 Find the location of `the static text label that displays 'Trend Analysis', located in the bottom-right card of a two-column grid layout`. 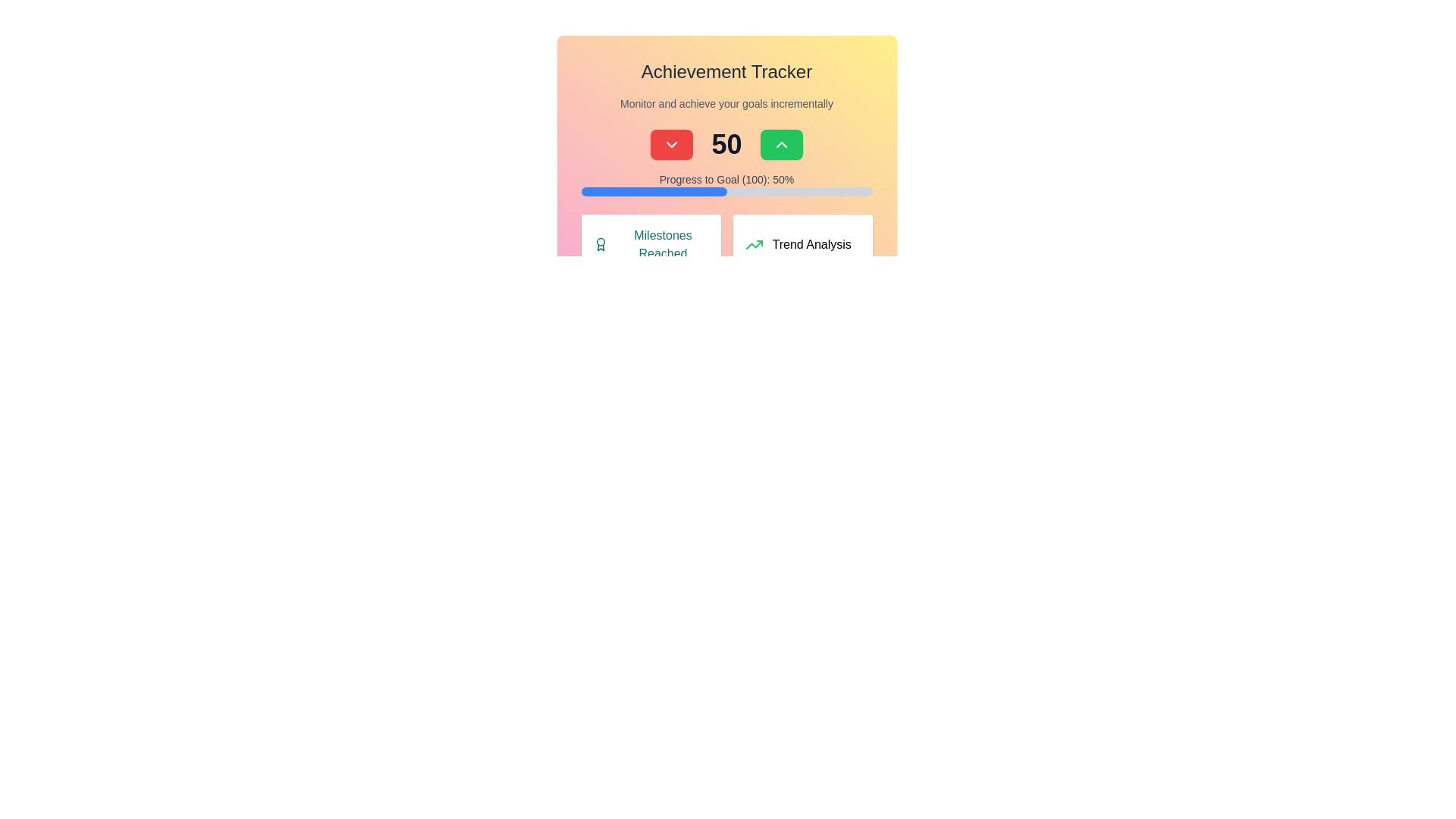

the static text label that displays 'Trend Analysis', located in the bottom-right card of a two-column grid layout is located at coordinates (811, 244).